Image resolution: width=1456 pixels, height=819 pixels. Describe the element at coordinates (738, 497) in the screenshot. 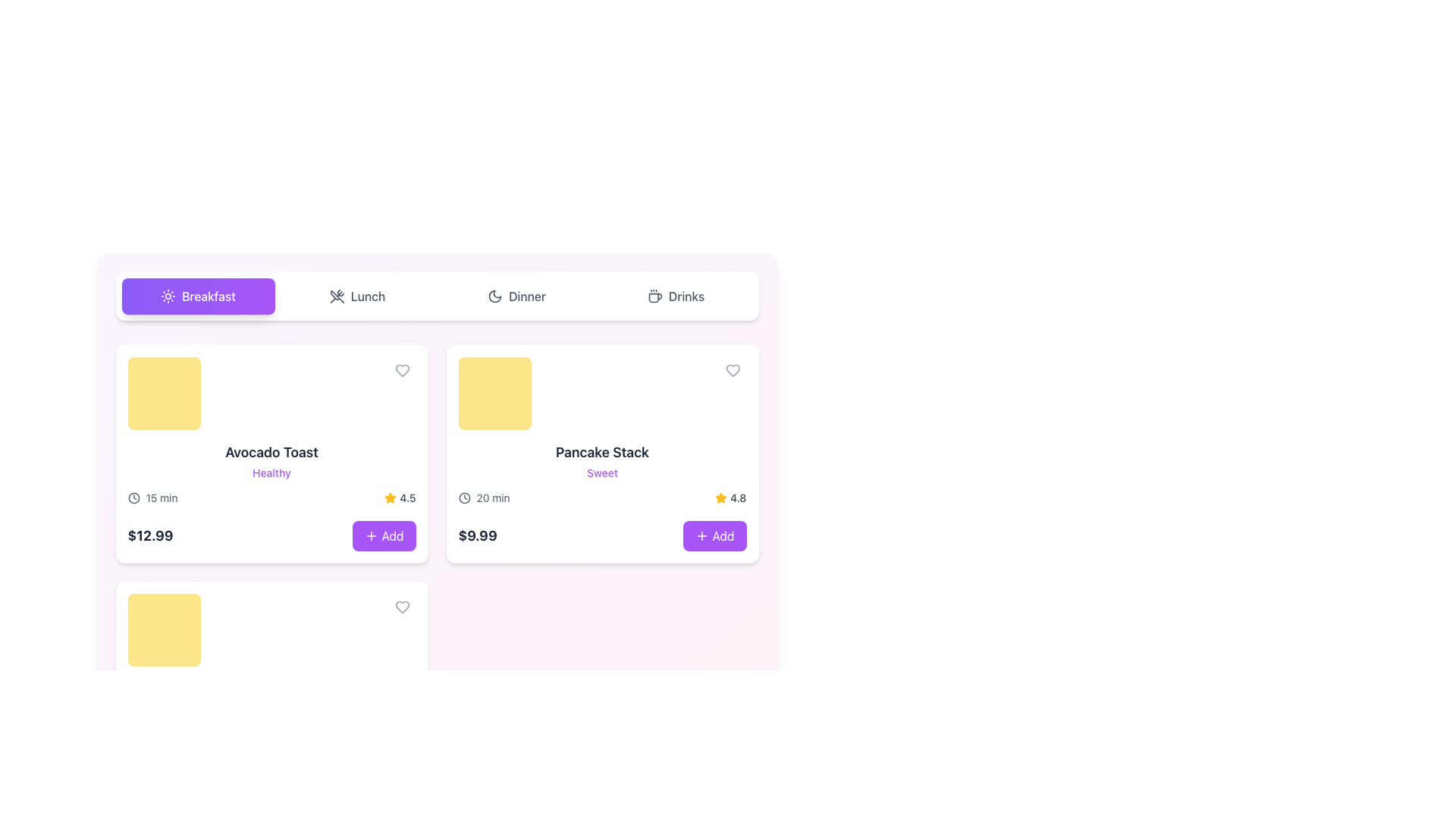

I see `numerical text label displaying the rating value '4.8', which is styled in gray and located within the 'Pancake Stack' card, surrounded by a golden star icon` at that location.